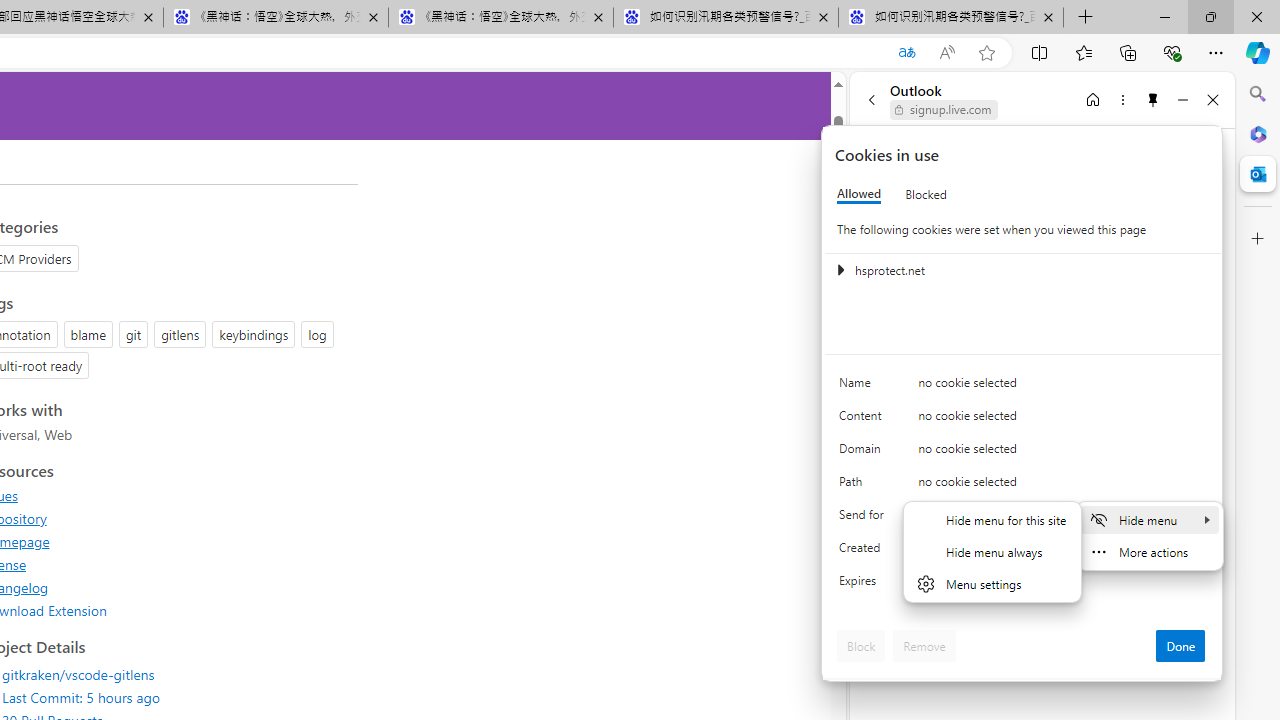 This screenshot has height=720, width=1280. What do you see at coordinates (859, 194) in the screenshot?
I see `'Allowed'` at bounding box center [859, 194].